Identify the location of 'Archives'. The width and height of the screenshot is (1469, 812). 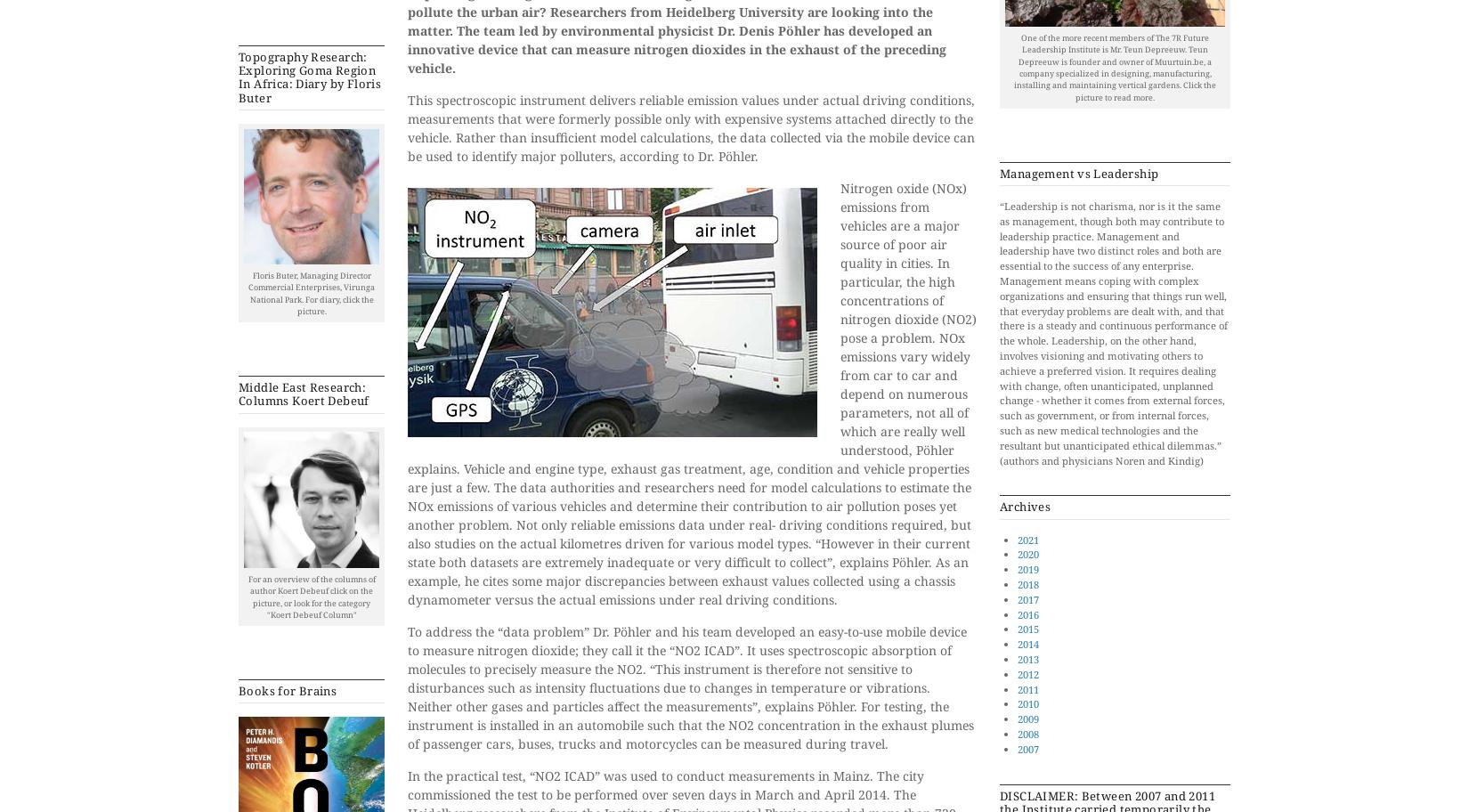
(1025, 506).